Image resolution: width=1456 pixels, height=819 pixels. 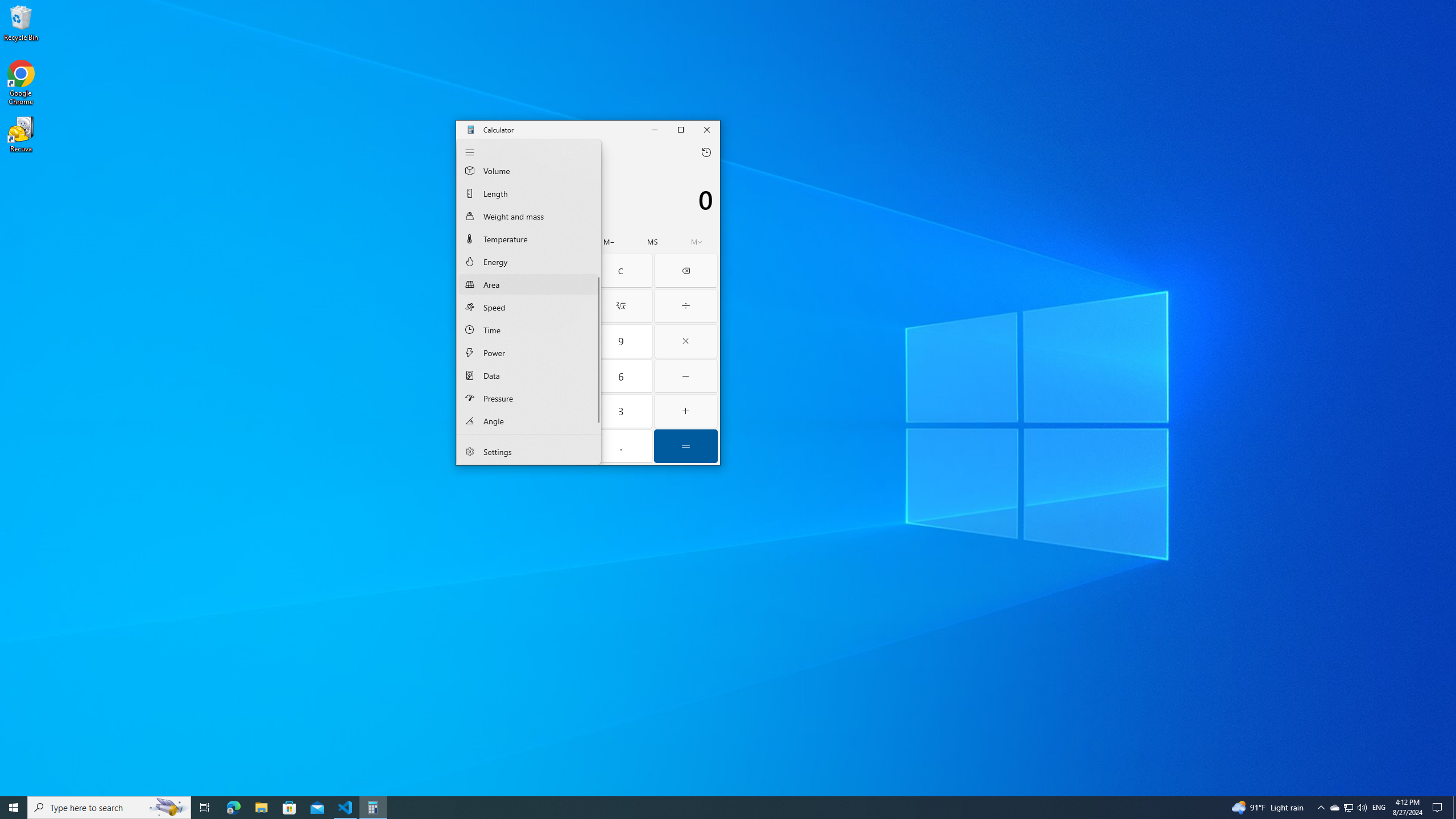 What do you see at coordinates (528, 351) in the screenshot?
I see `'Power Converter'` at bounding box center [528, 351].